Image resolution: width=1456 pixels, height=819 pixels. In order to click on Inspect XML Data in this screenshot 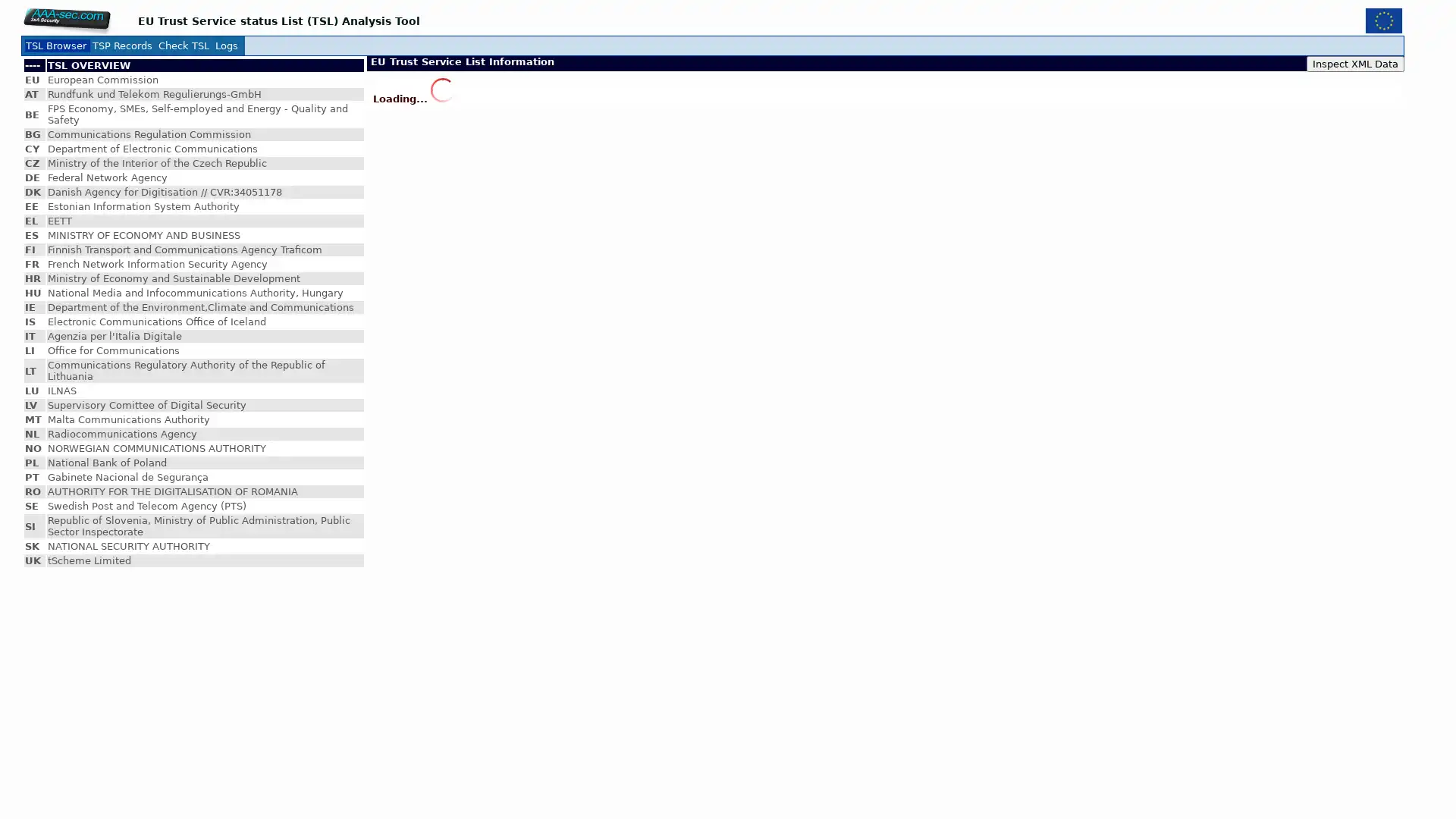, I will do `click(1355, 63)`.